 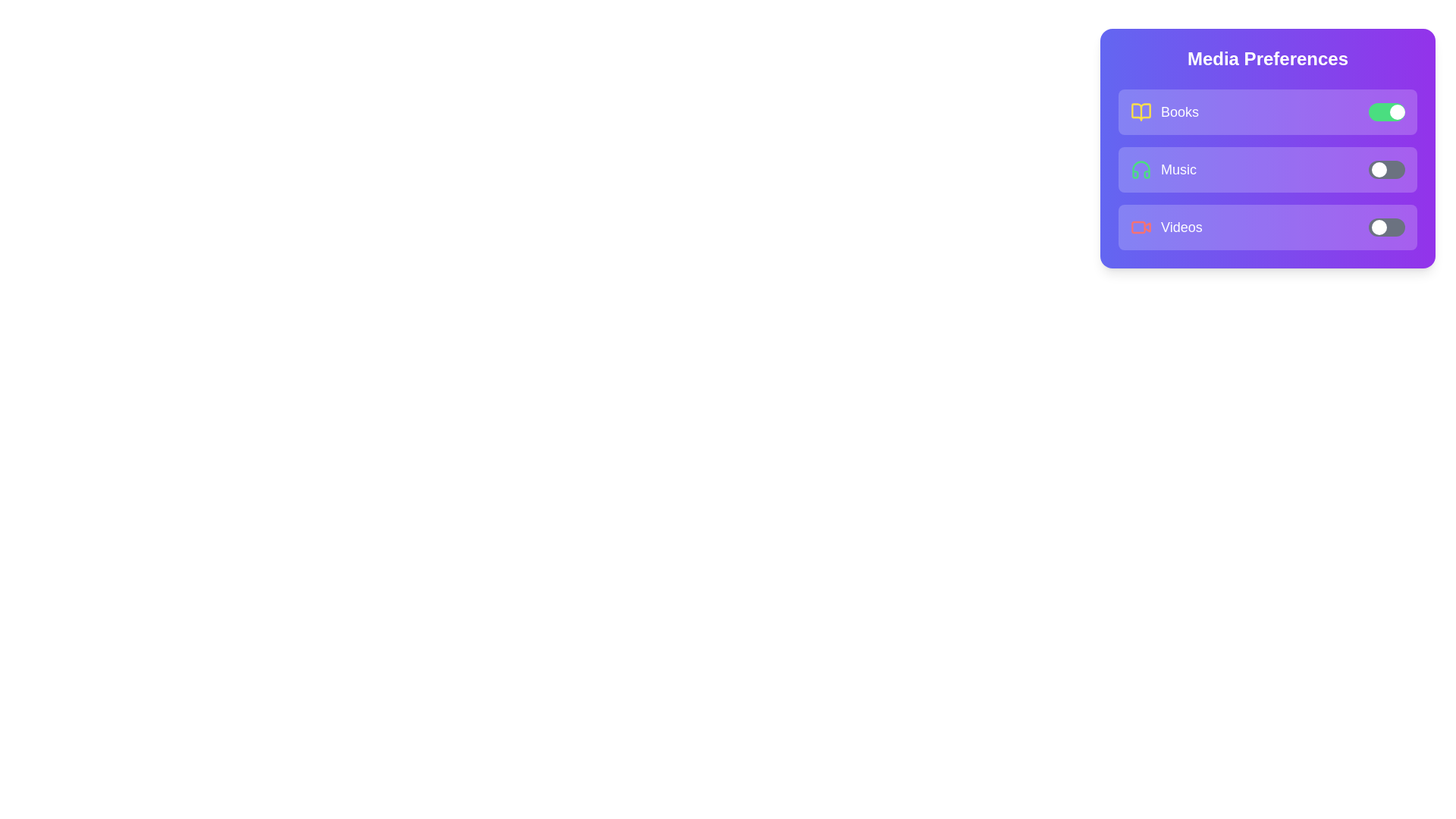 I want to click on the toggle switch for the 'Books' option in the 'Media Preferences' panel, so click(x=1386, y=111).